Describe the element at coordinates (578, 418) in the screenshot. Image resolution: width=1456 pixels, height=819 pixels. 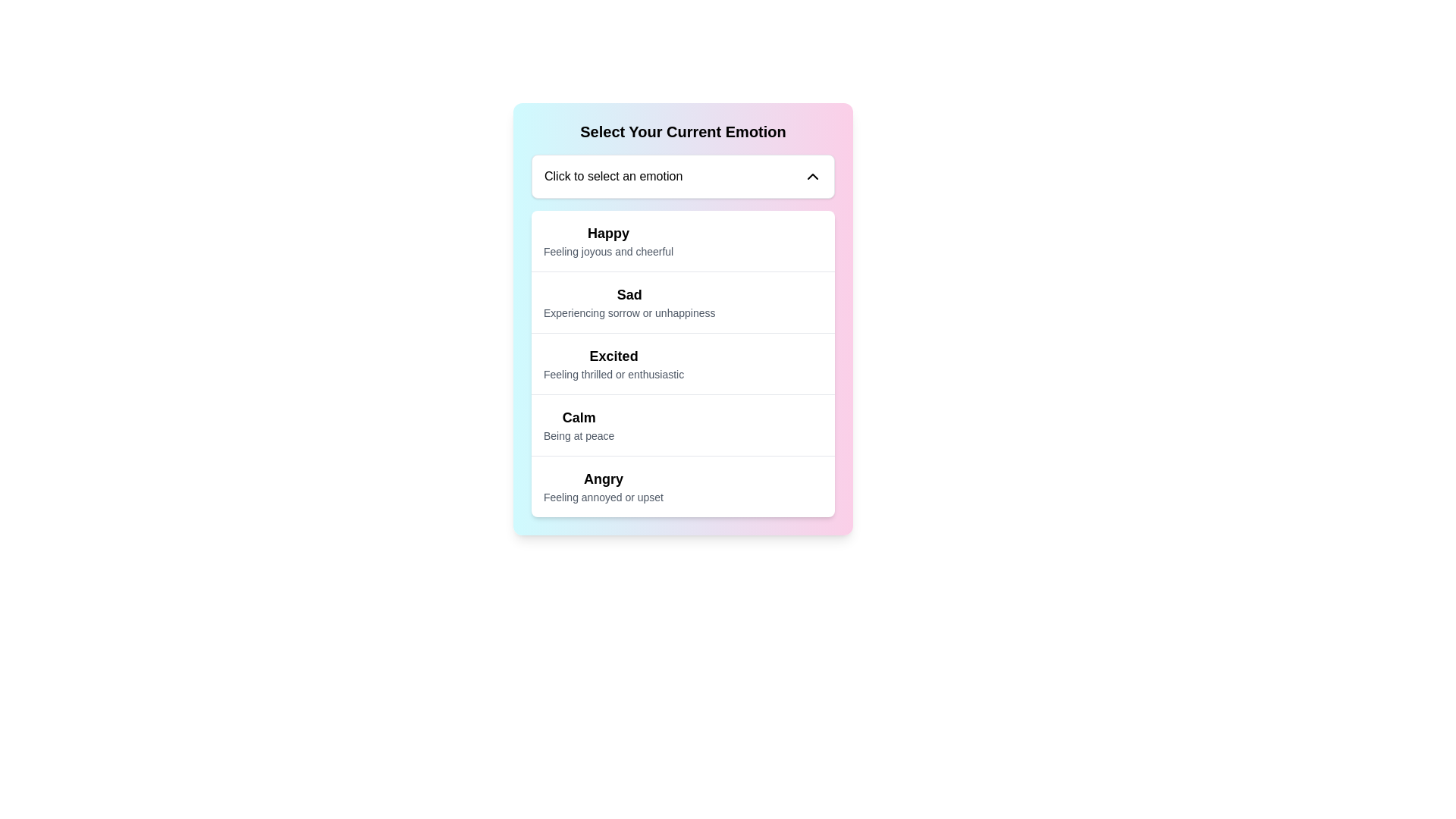
I see `the bold label reading 'Calm', which is the third item in a list of emotions, positioned above the text 'Being at peace'` at that location.